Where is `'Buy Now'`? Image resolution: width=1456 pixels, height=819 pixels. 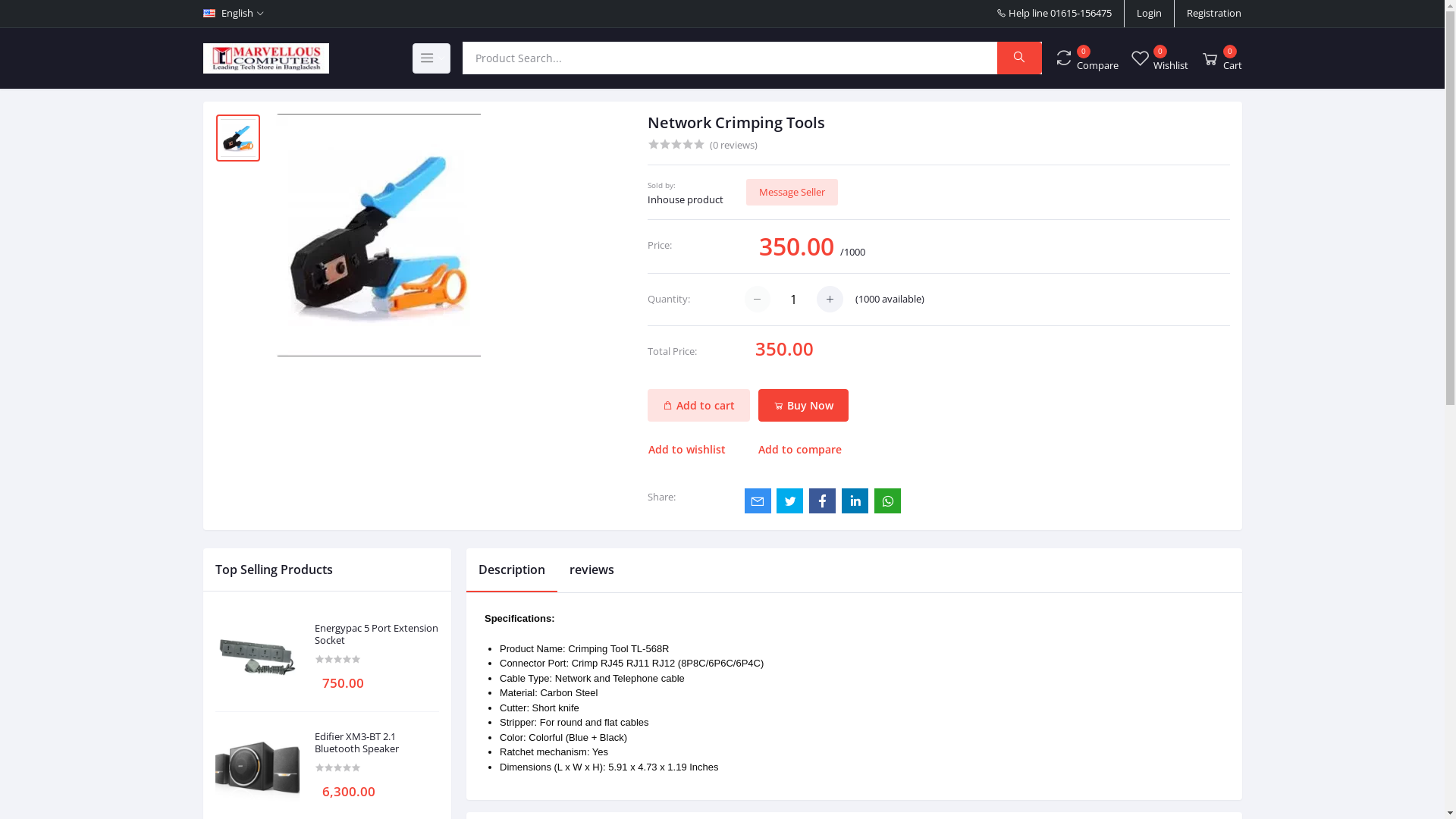 'Buy Now' is located at coordinates (758, 403).